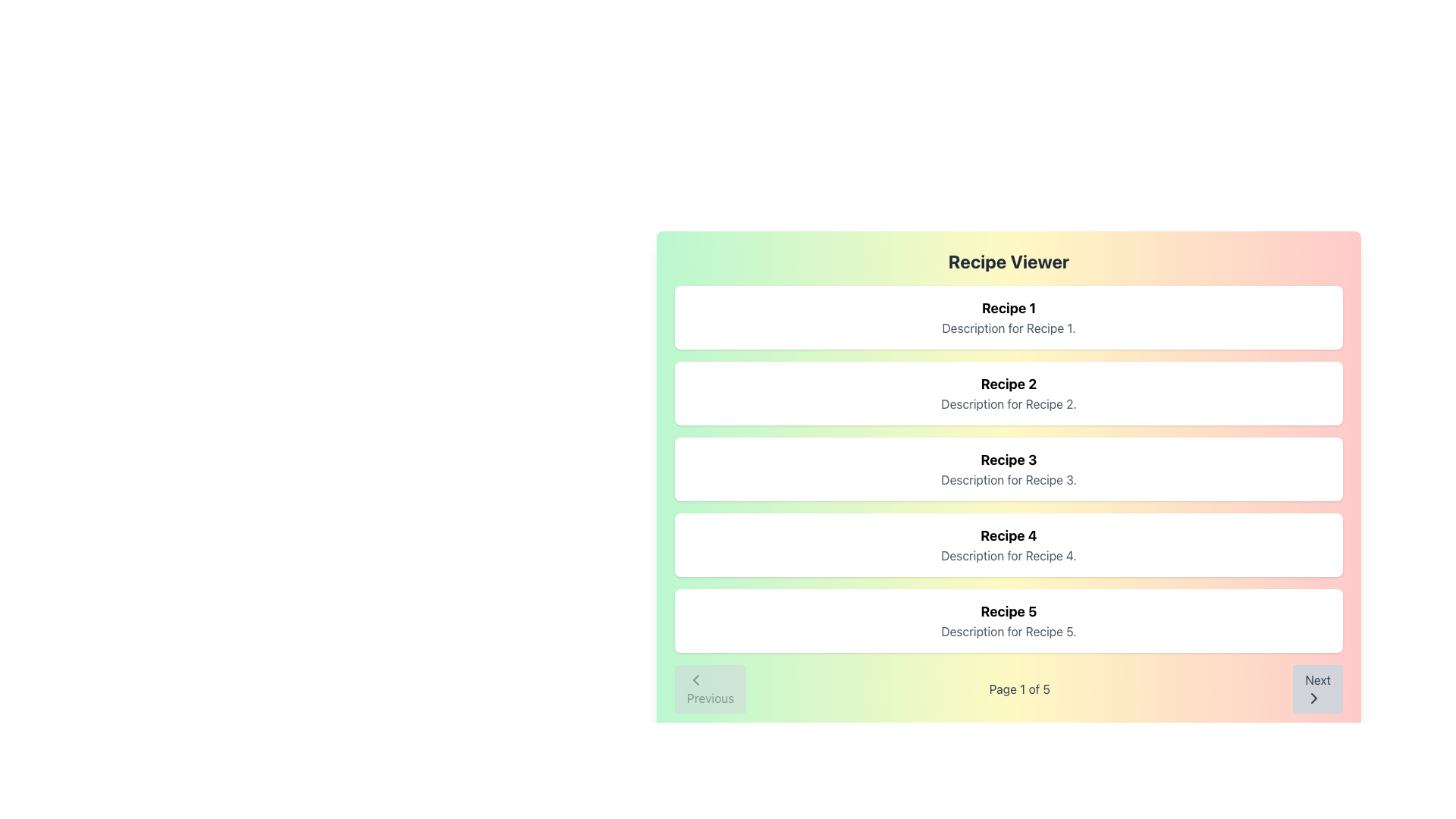  Describe the element at coordinates (695, 679) in the screenshot. I see `the 'Previous' icon located in the bottom-left corner of the interface` at that location.